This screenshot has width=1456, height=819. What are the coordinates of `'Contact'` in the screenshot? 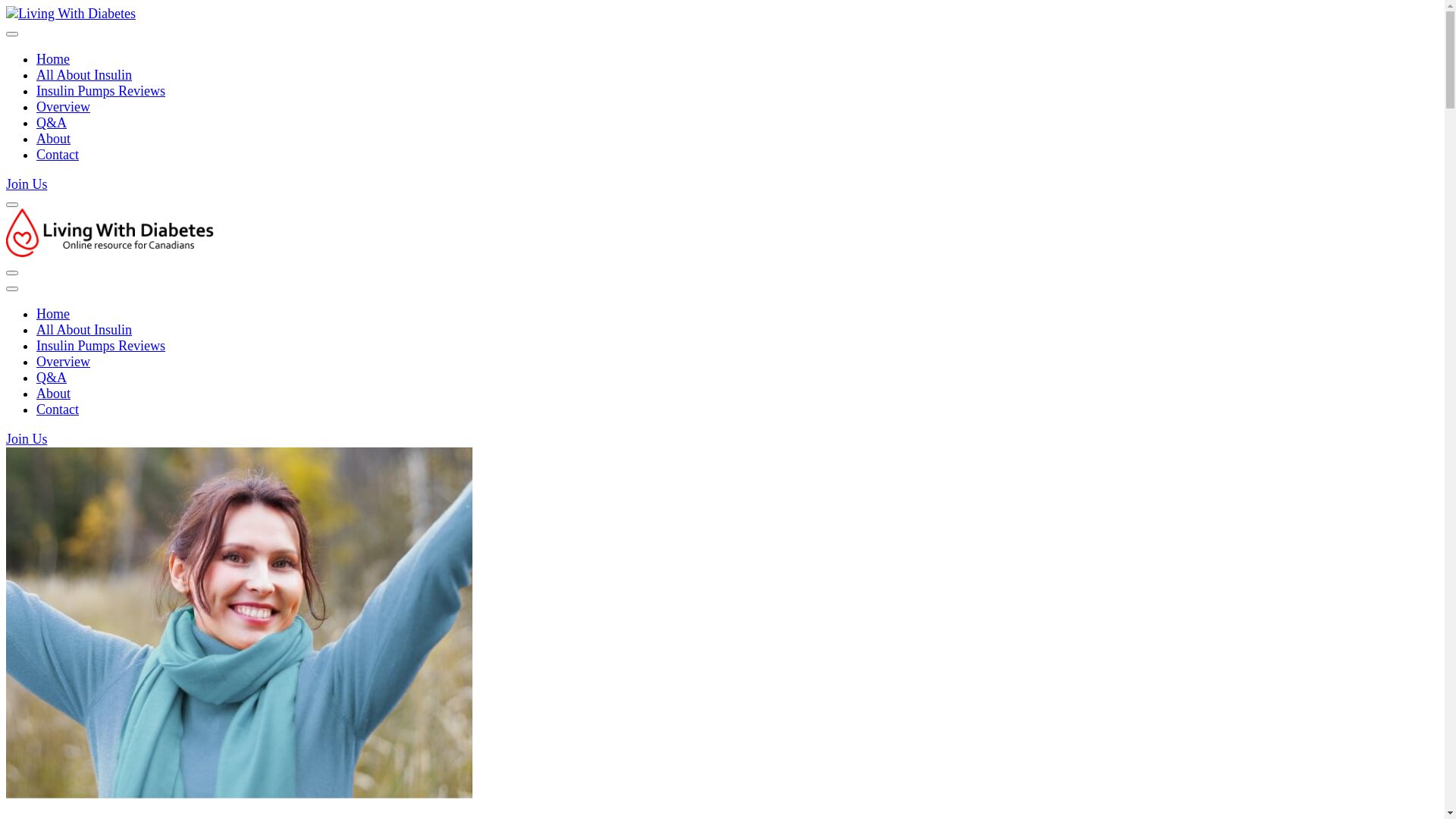 It's located at (58, 155).